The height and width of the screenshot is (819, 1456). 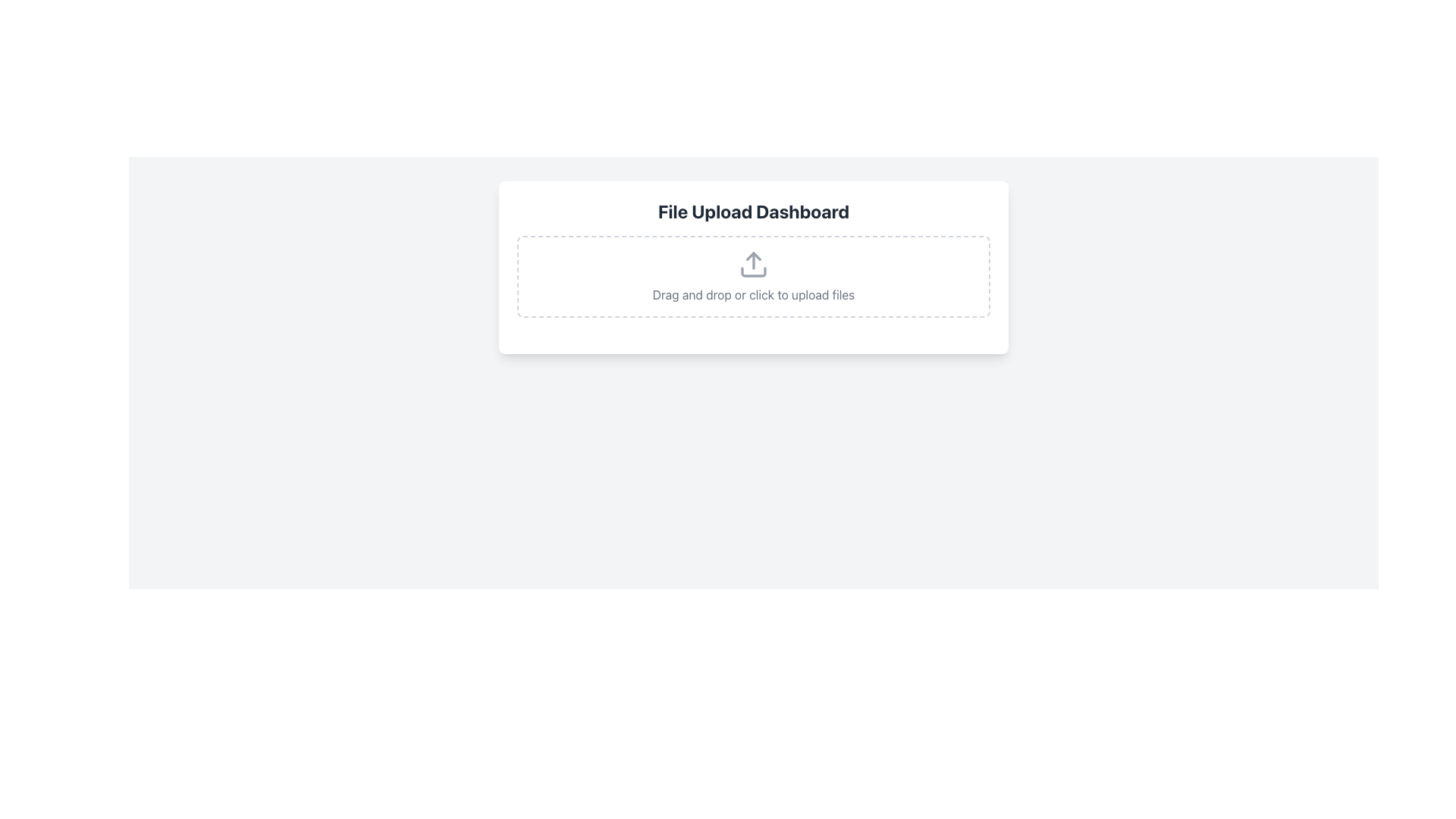 What do you see at coordinates (753, 295) in the screenshot?
I see `instructions displayed in the text label that says 'Drag and drop or click to upload files', which is centrally aligned below the upload area in the 'File Upload Dashboard'` at bounding box center [753, 295].